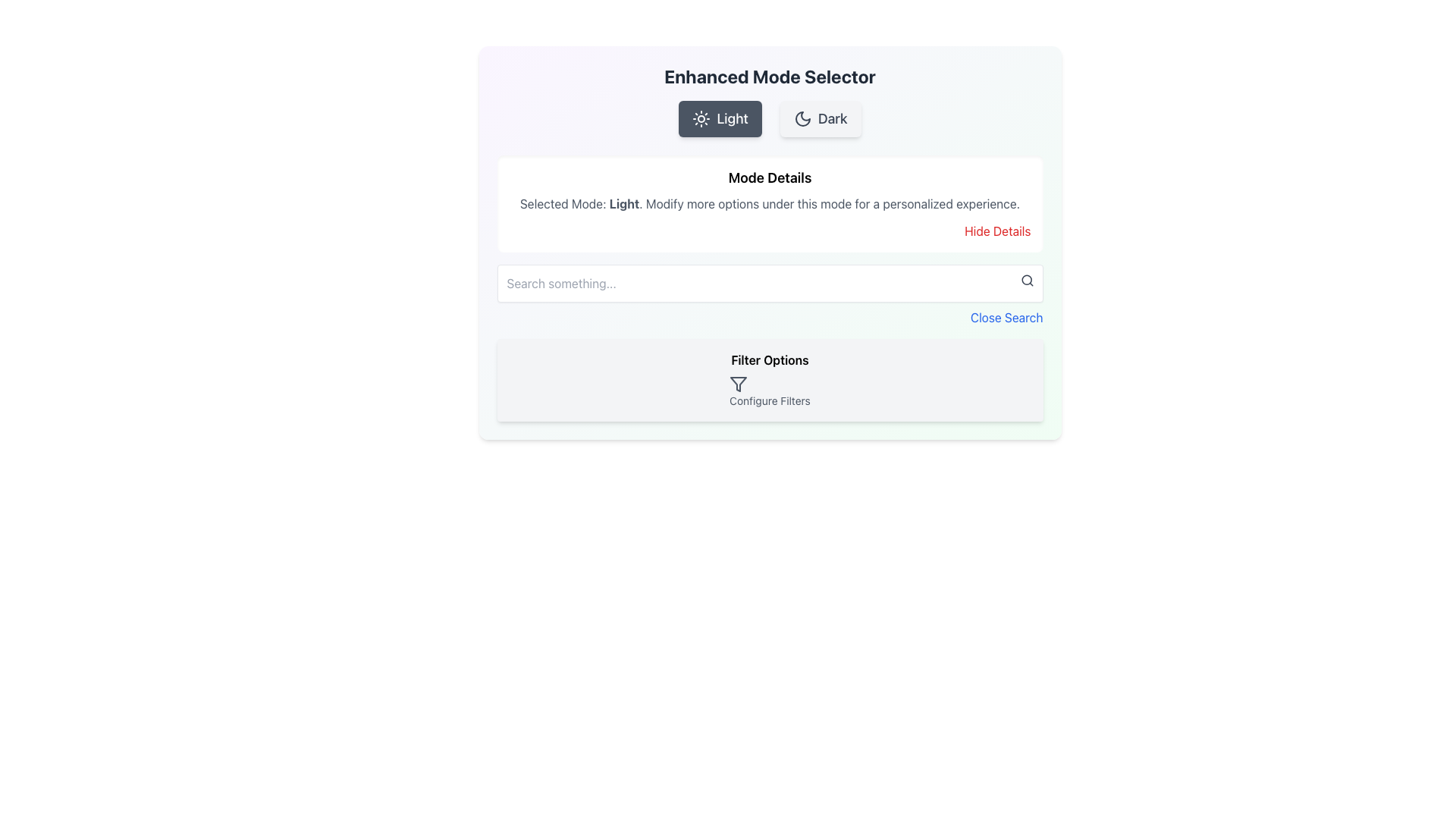 This screenshot has height=819, width=1456. Describe the element at coordinates (720, 118) in the screenshot. I see `the 'Light' button, which is a rectangular button with rounded corners, dark gray background, and white text` at that location.